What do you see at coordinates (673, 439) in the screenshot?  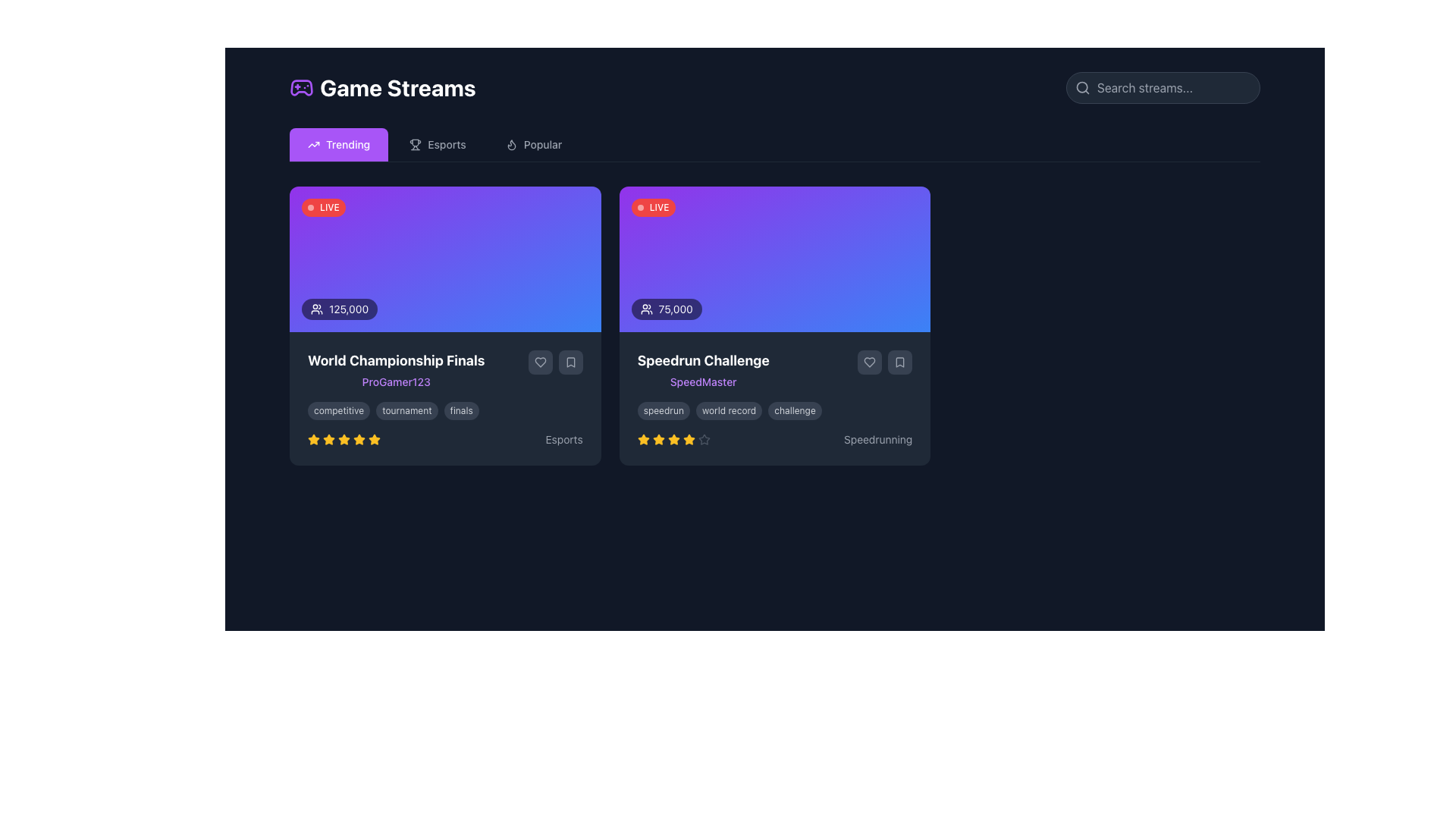 I see `the third star icon in the visual rating system located below the 'Speedrun Challenge' section of the streaming event card` at bounding box center [673, 439].